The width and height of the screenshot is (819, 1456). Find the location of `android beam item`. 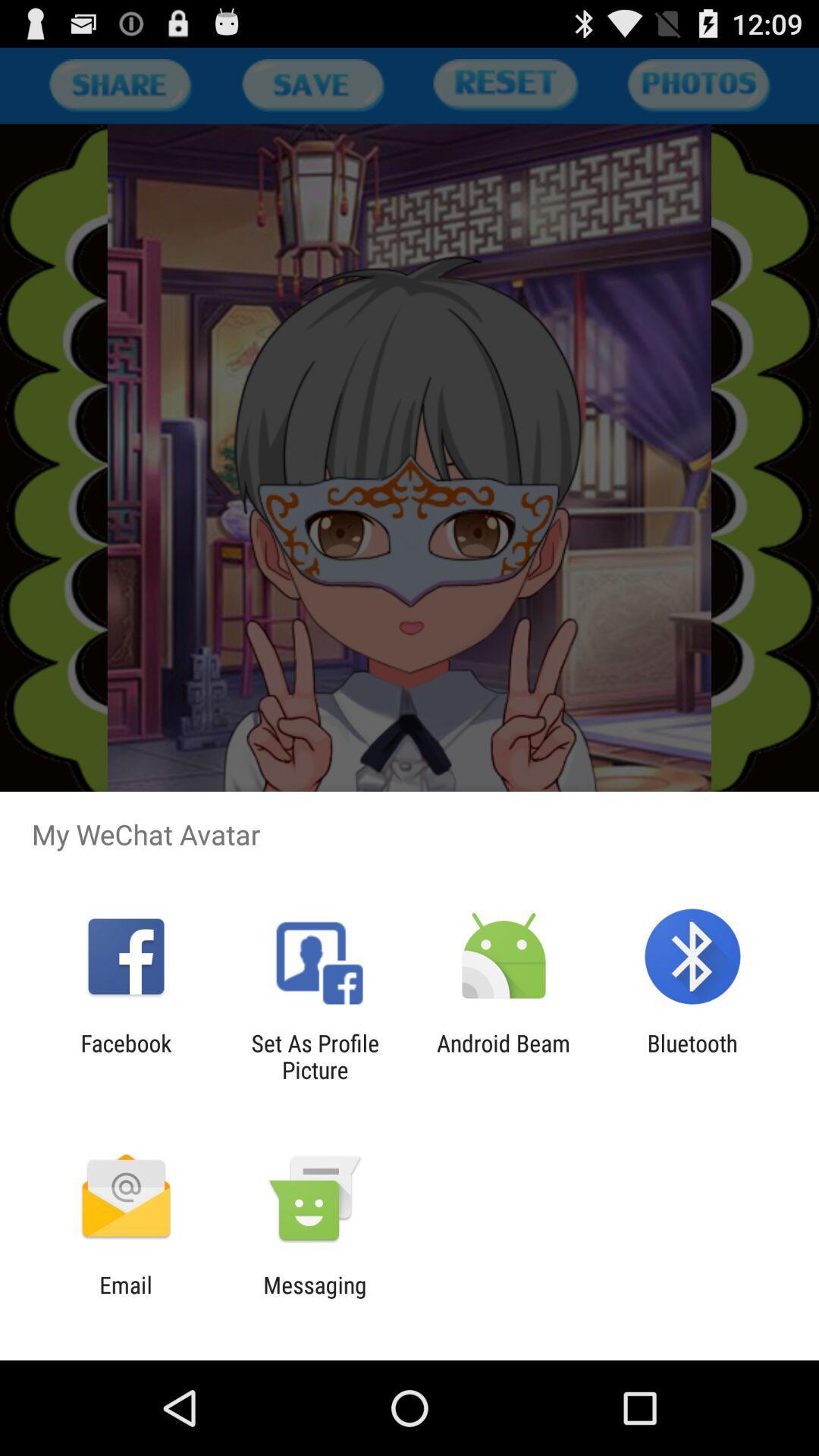

android beam item is located at coordinates (504, 1056).